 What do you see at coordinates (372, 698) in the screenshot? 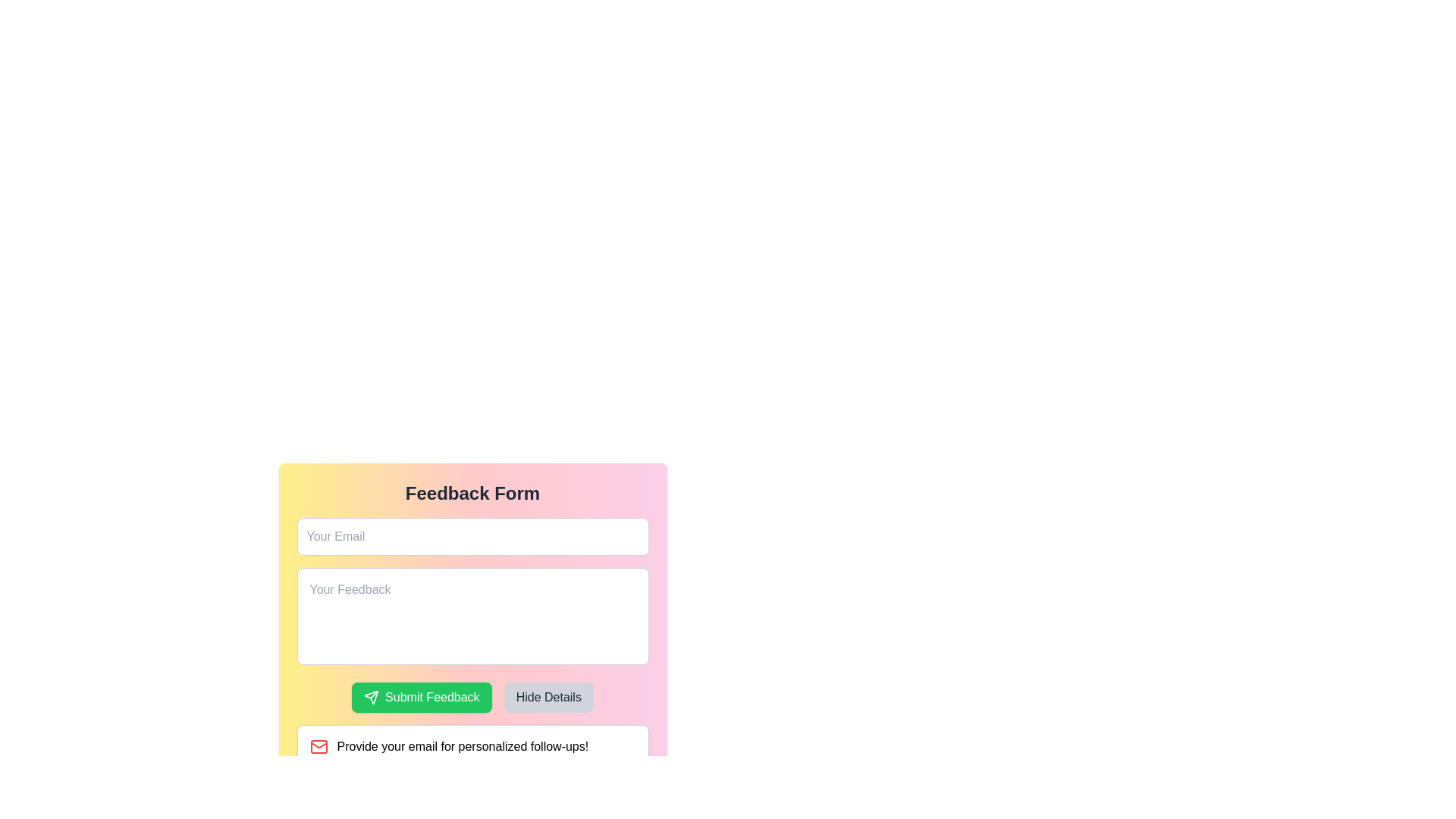
I see `the small green triangular icon resembling a paper plane, which indicates a 'Send' or 'Submit' action, located on the left side of the 'Submit Feedback' button beneath the feedback input fields` at bounding box center [372, 698].